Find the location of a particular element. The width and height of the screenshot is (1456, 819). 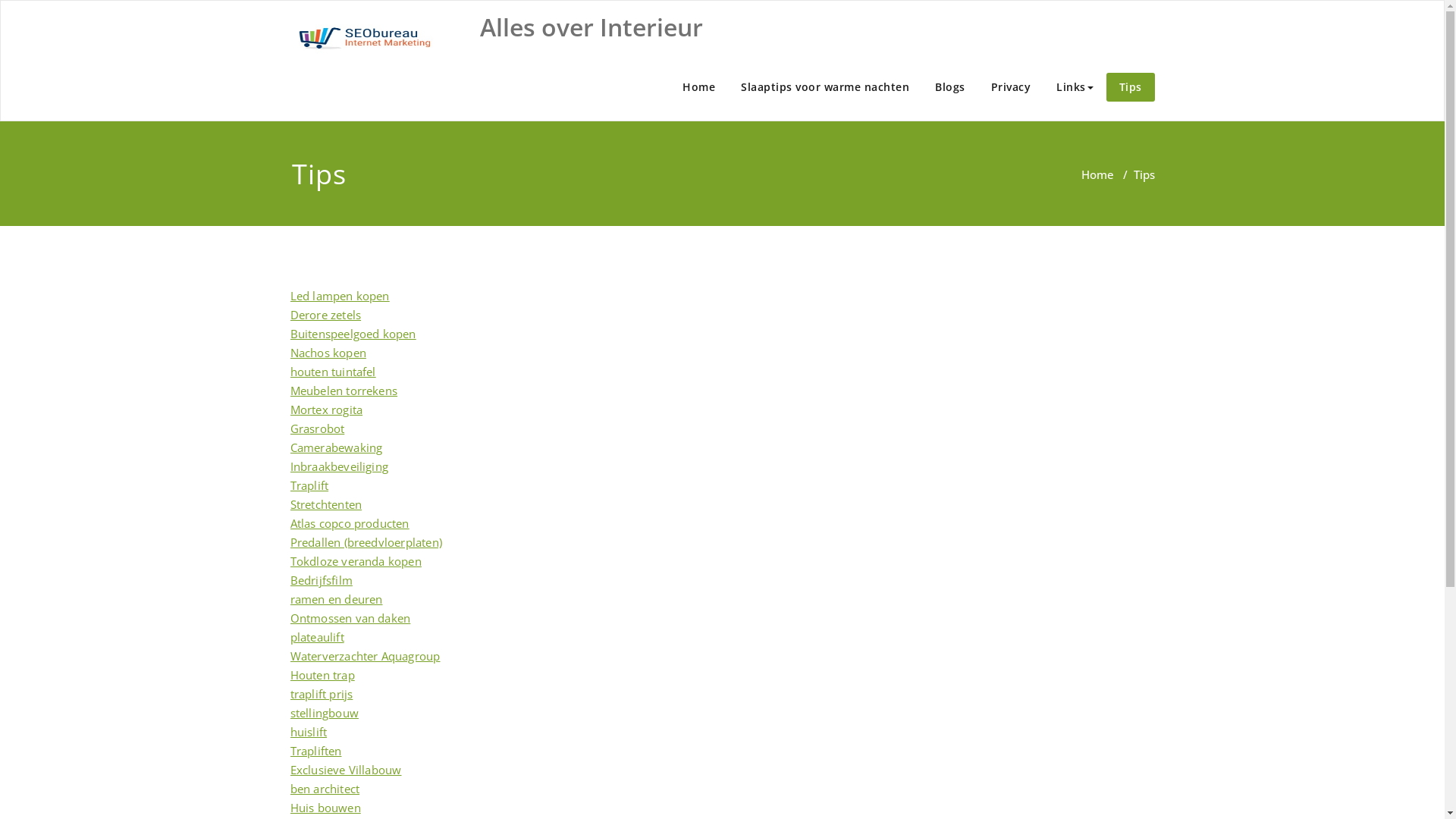

'Huis bouwen' is located at coordinates (324, 806).